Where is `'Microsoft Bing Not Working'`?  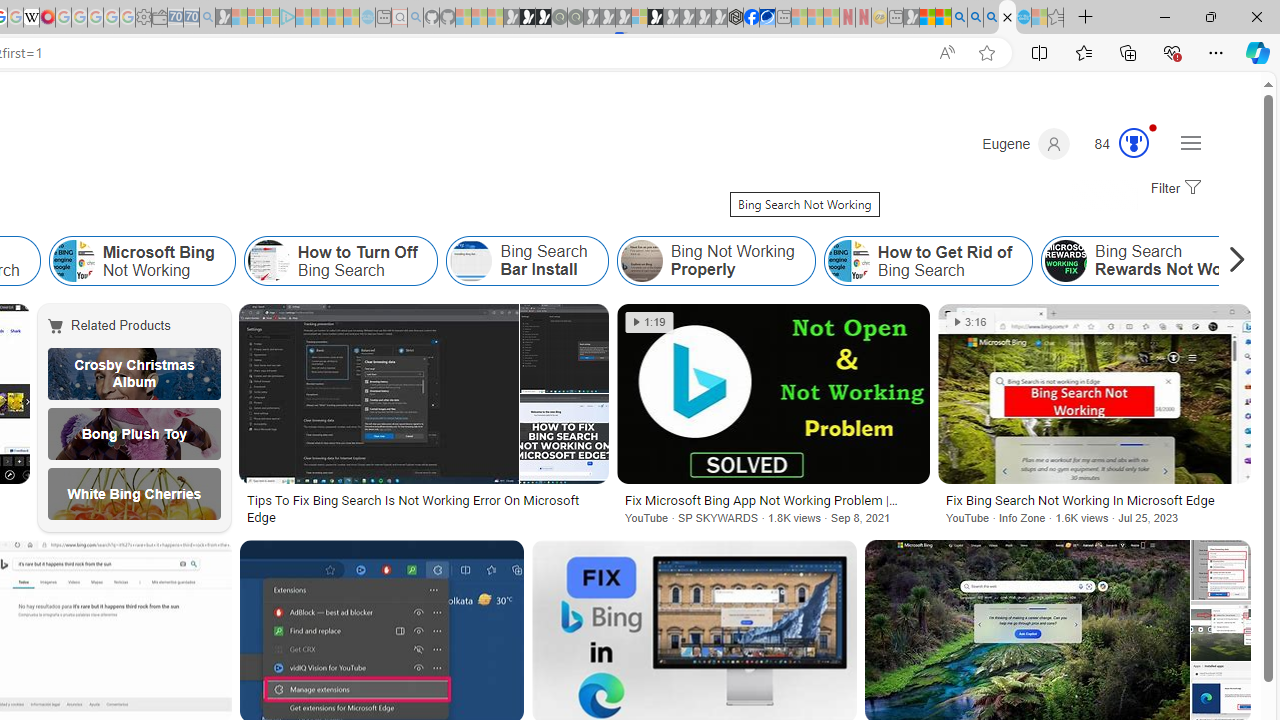
'Microsoft Bing Not Working' is located at coordinates (73, 260).